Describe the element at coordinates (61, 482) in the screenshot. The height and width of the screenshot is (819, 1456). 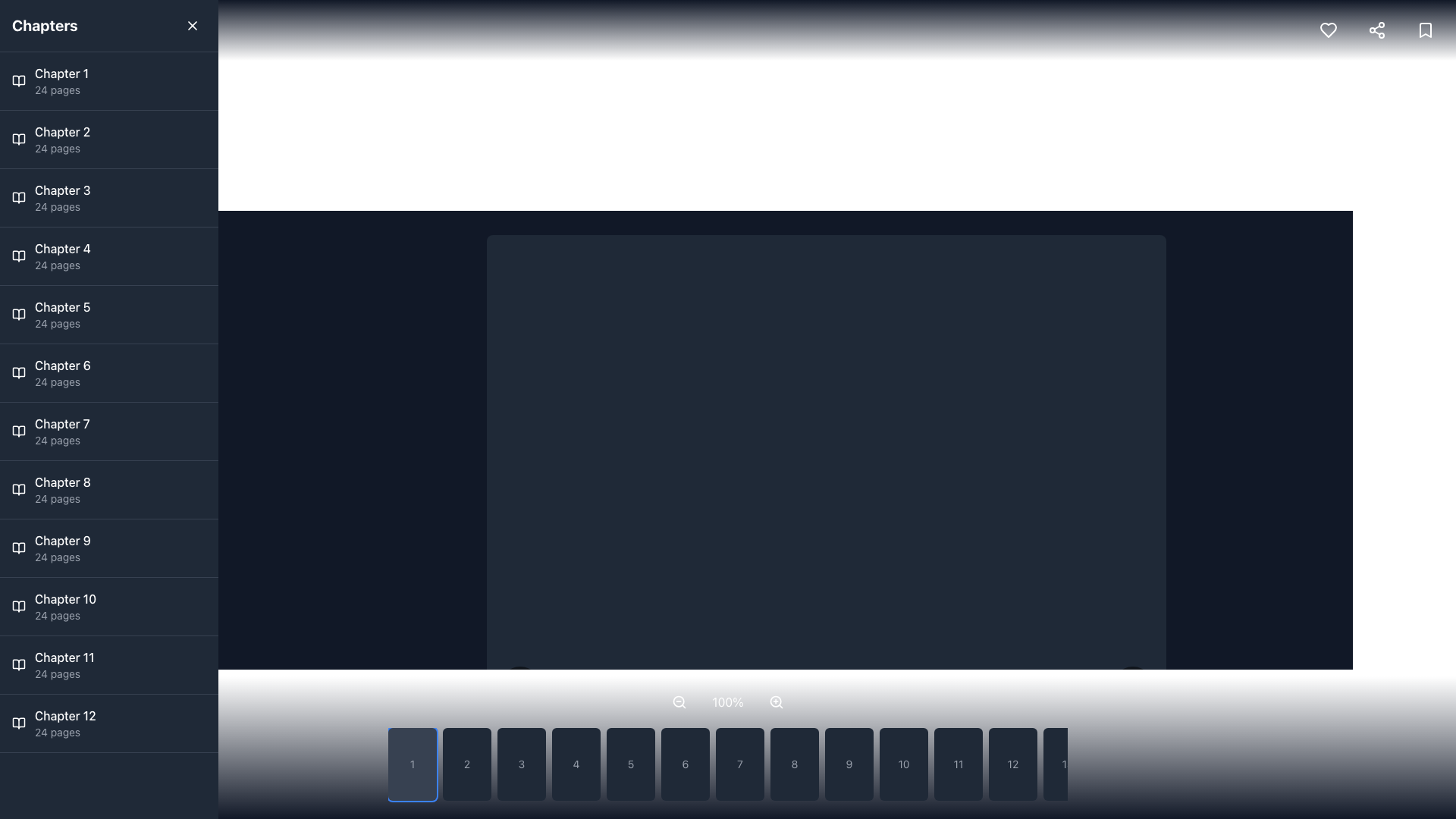
I see `the 'Chapter 8' text label, which is a medium-weight font styled in white against a dark background, to focus or select it` at that location.